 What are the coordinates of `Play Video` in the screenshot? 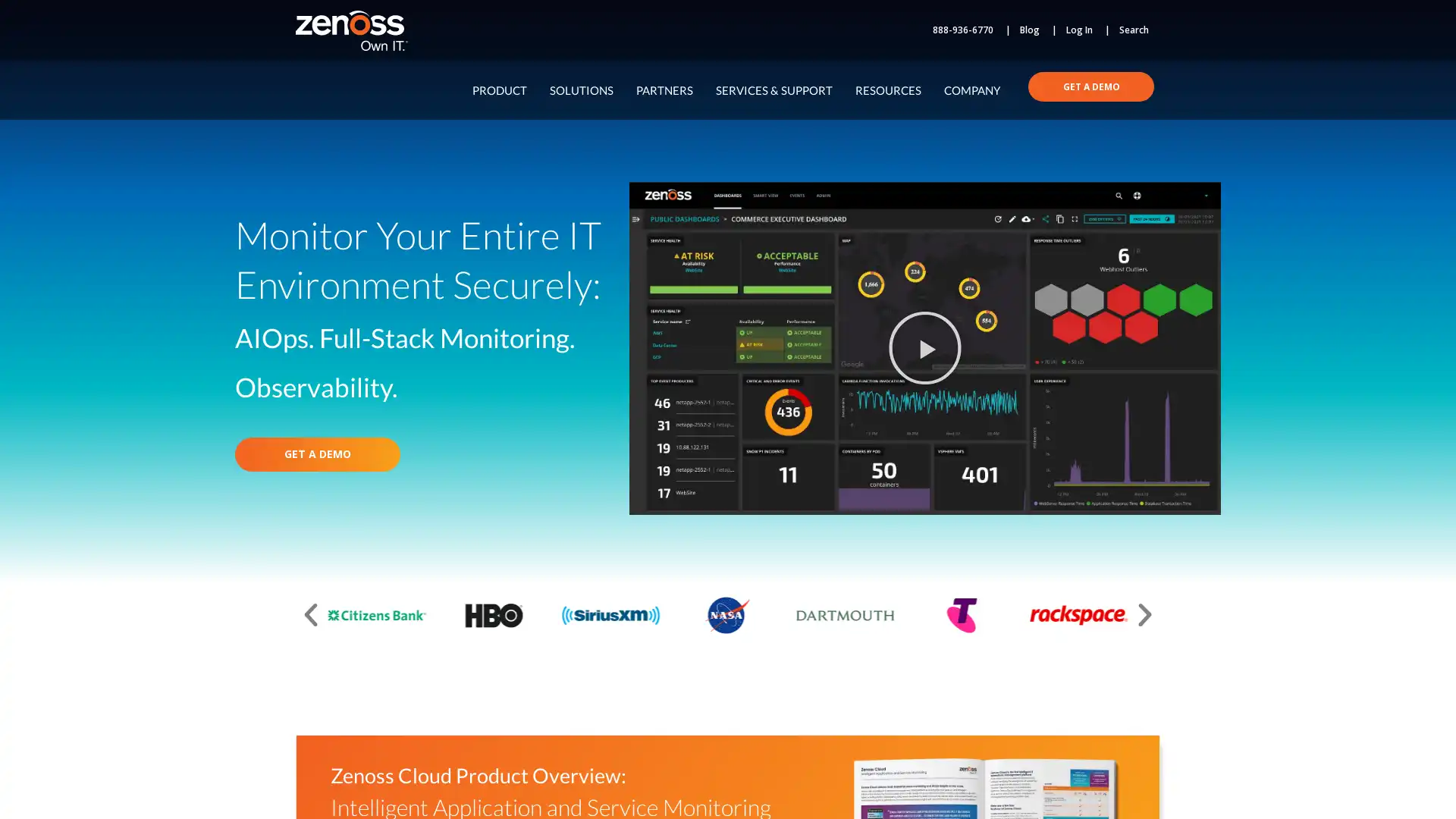 It's located at (924, 348).